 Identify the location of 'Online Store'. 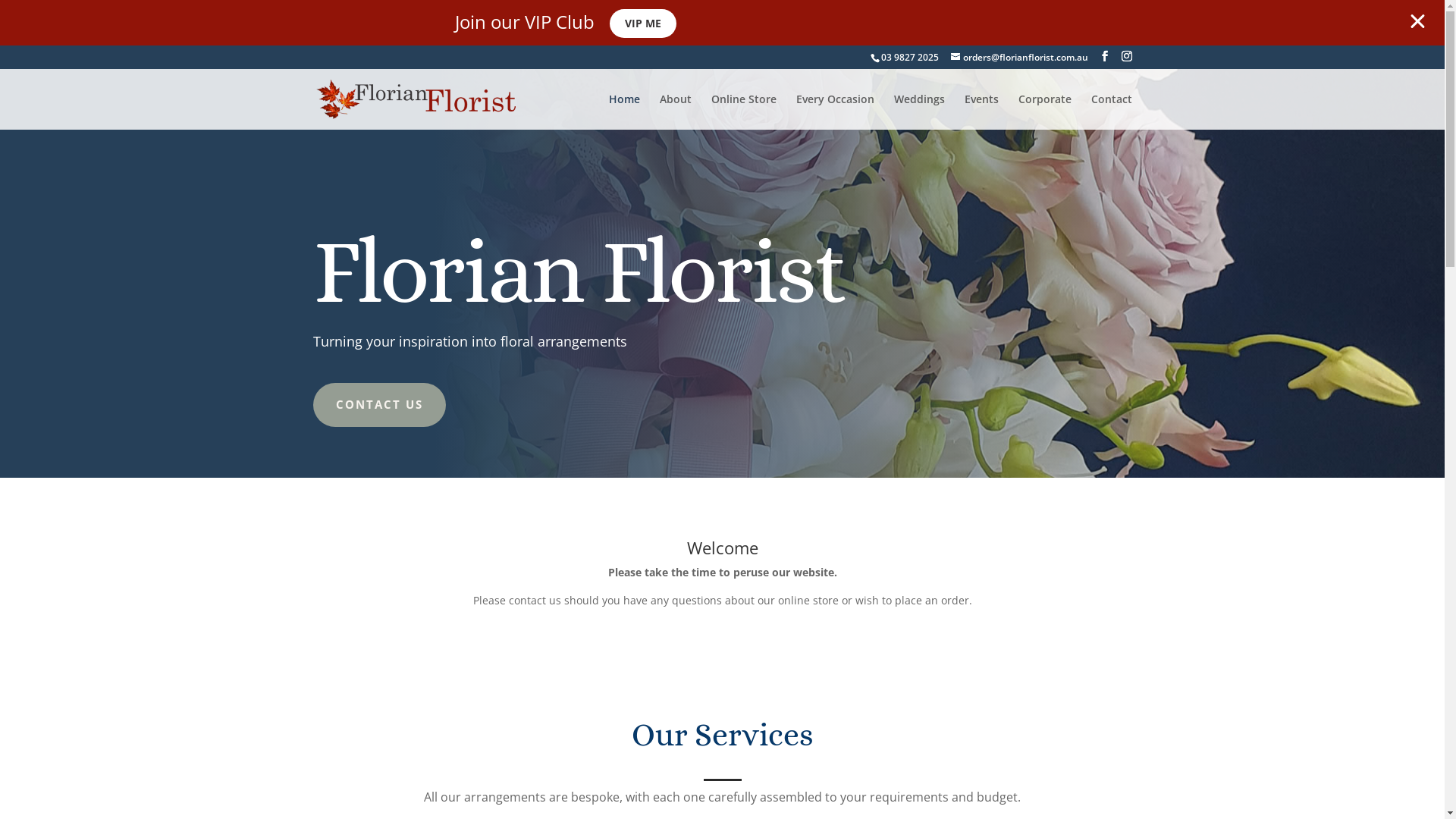
(743, 111).